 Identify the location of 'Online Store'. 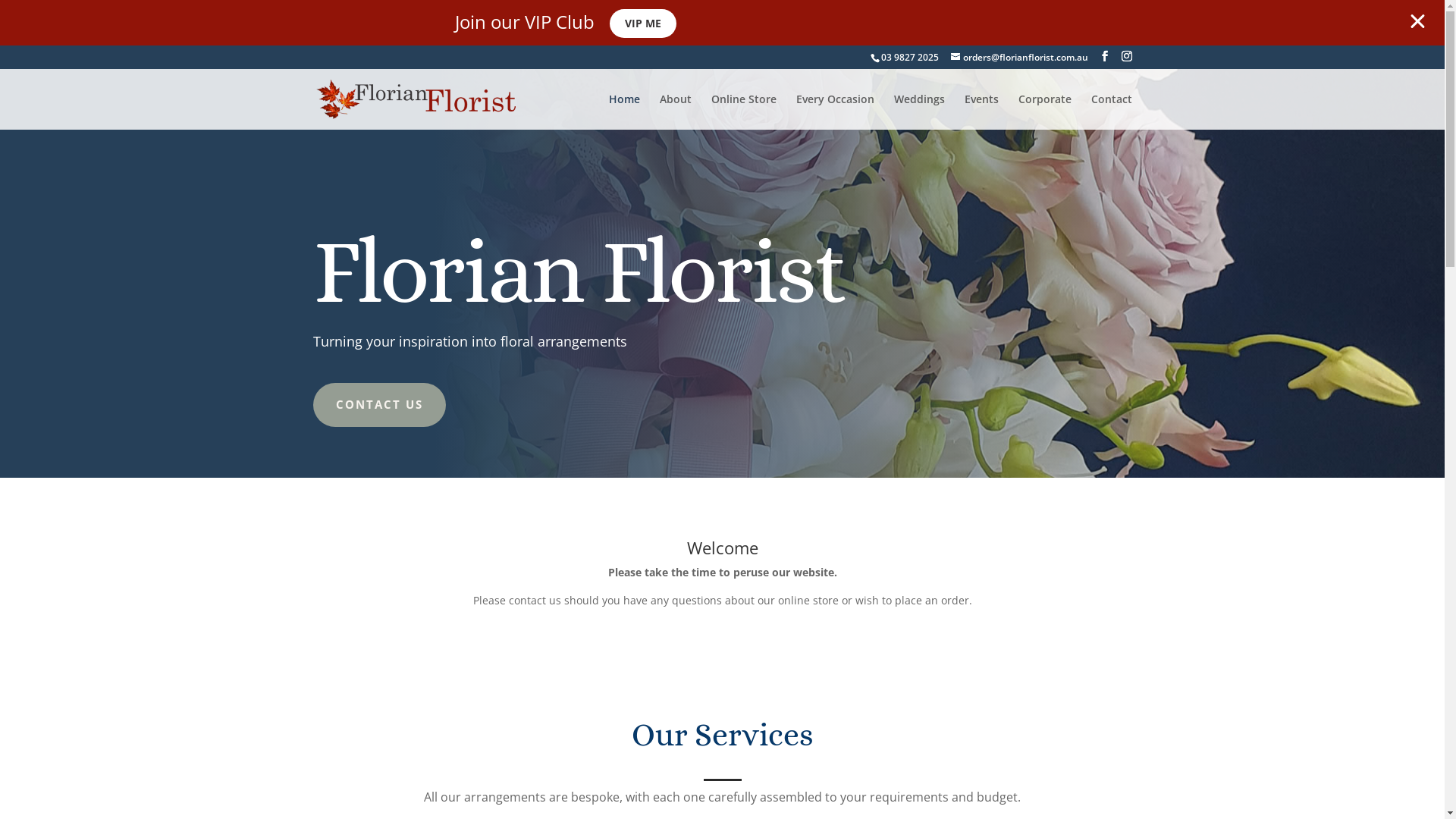
(743, 111).